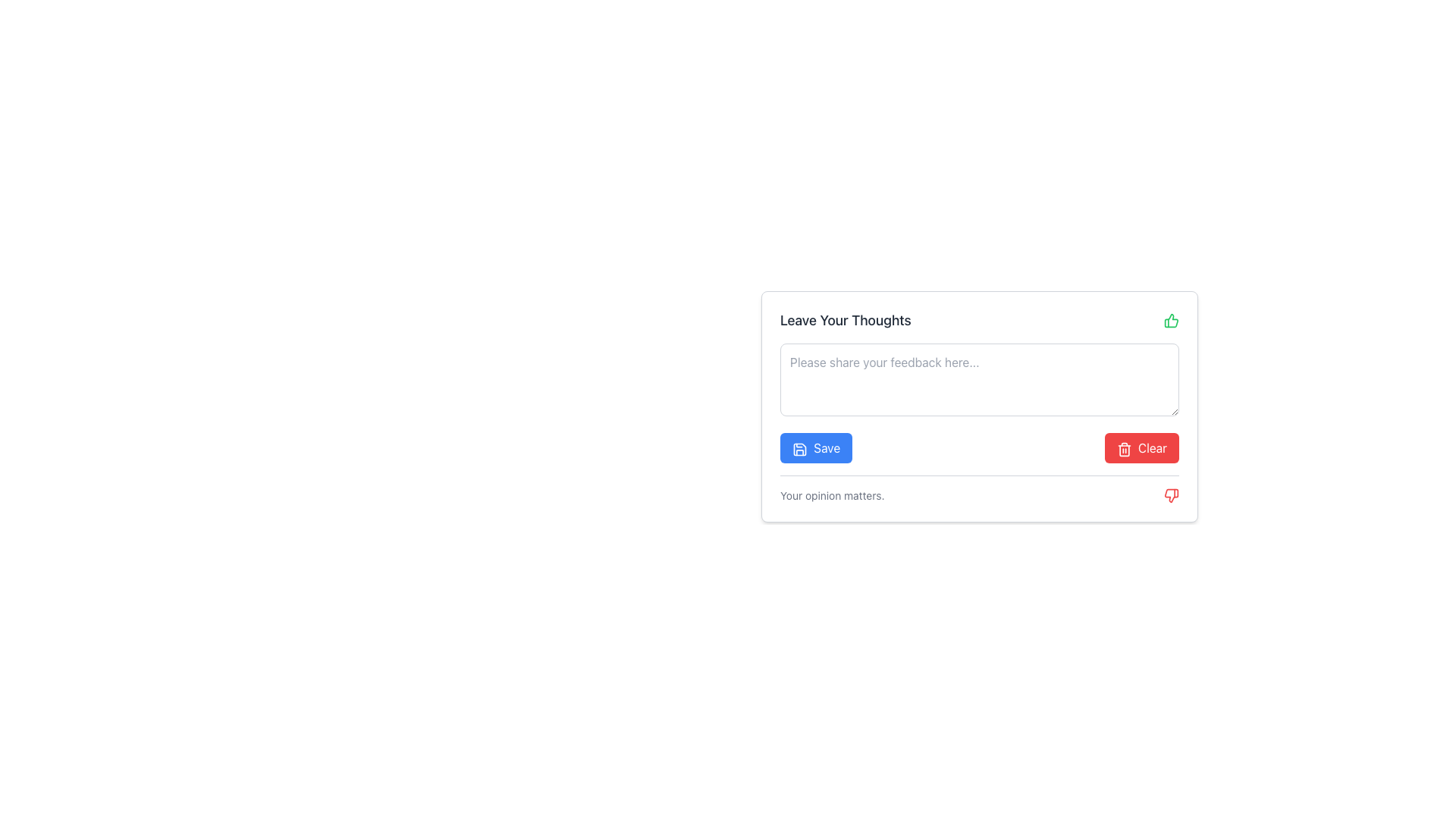 The height and width of the screenshot is (819, 1456). Describe the element at coordinates (799, 447) in the screenshot. I see `the save icon, which is a graphical depiction of a floppy disk inside a blue button, located to the left of the 'Save' text in the feedback submission panel` at that location.